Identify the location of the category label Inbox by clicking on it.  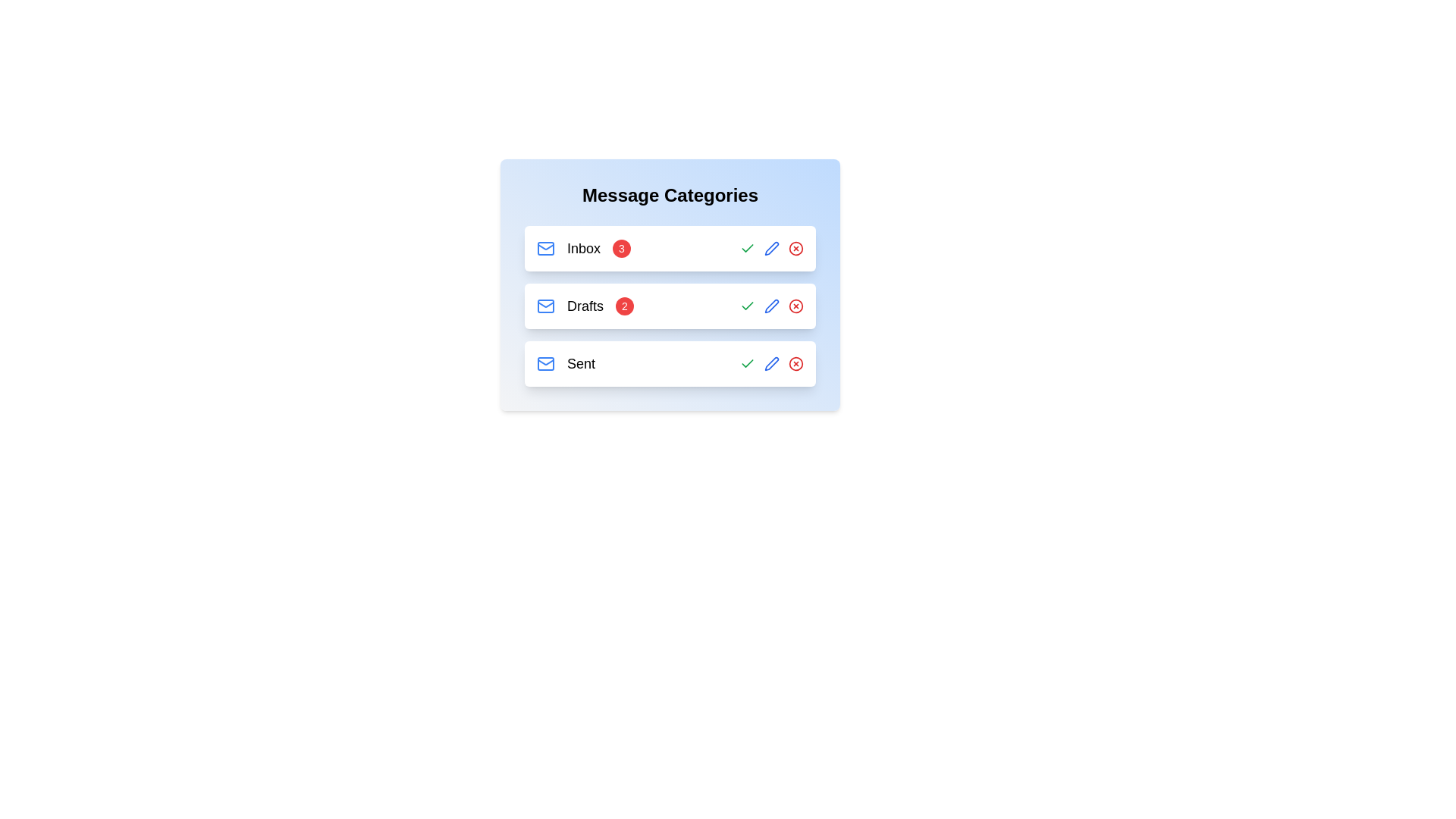
(582, 247).